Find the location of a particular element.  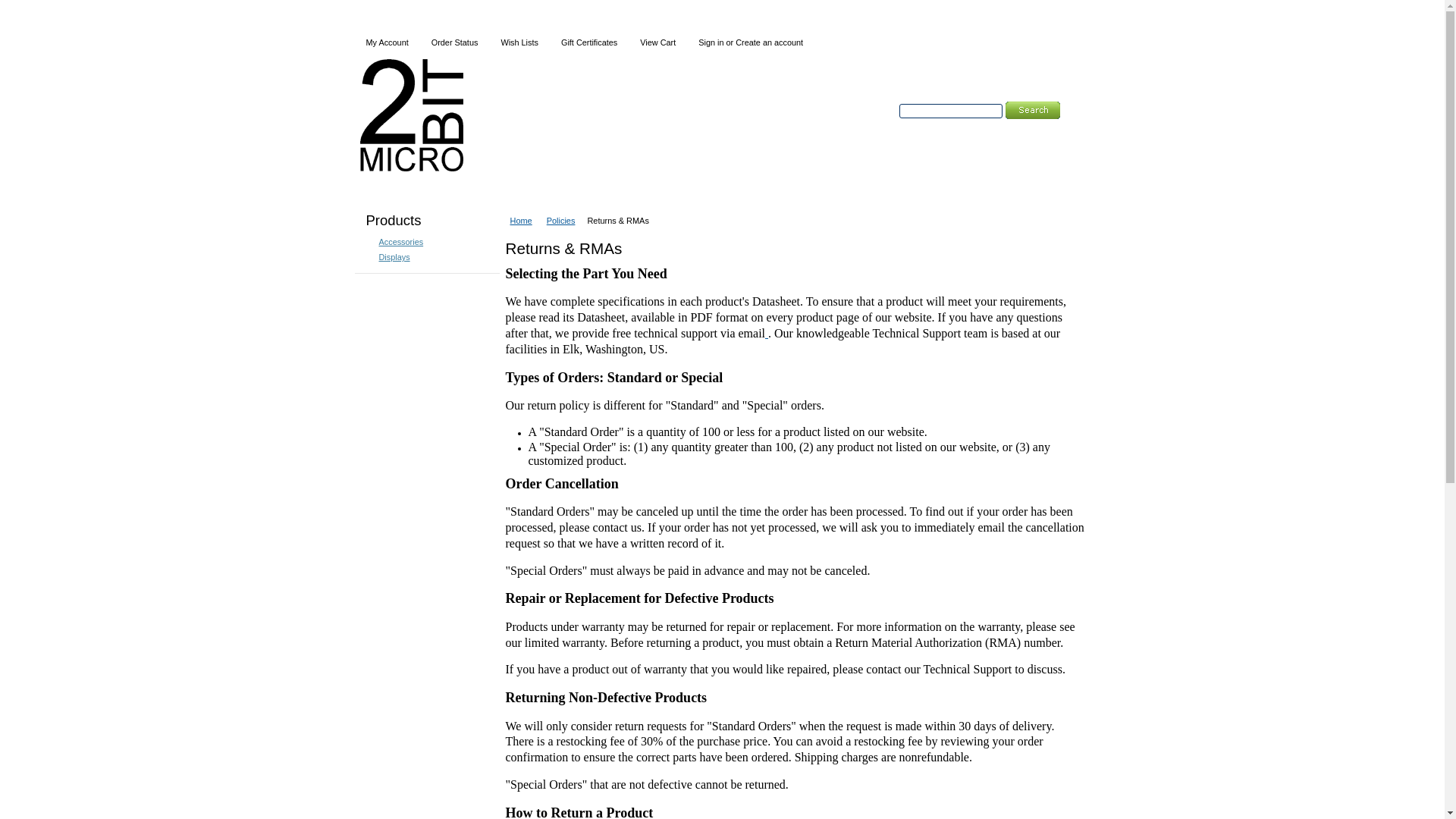

'Wish Lists' is located at coordinates (519, 42).